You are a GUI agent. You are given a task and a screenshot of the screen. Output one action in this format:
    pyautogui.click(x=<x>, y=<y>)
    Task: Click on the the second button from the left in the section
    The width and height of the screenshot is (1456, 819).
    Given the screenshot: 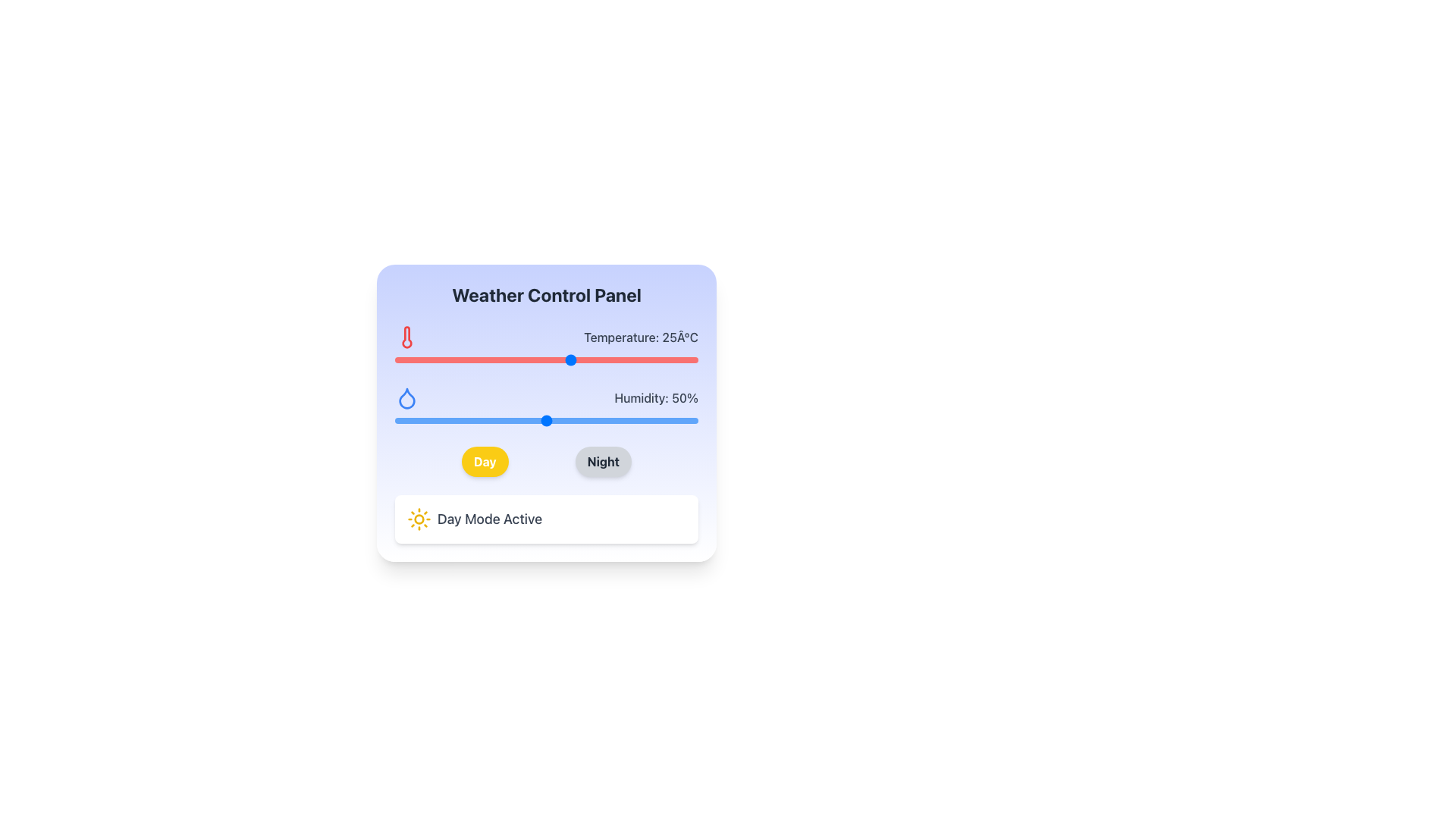 What is the action you would take?
    pyautogui.click(x=602, y=461)
    